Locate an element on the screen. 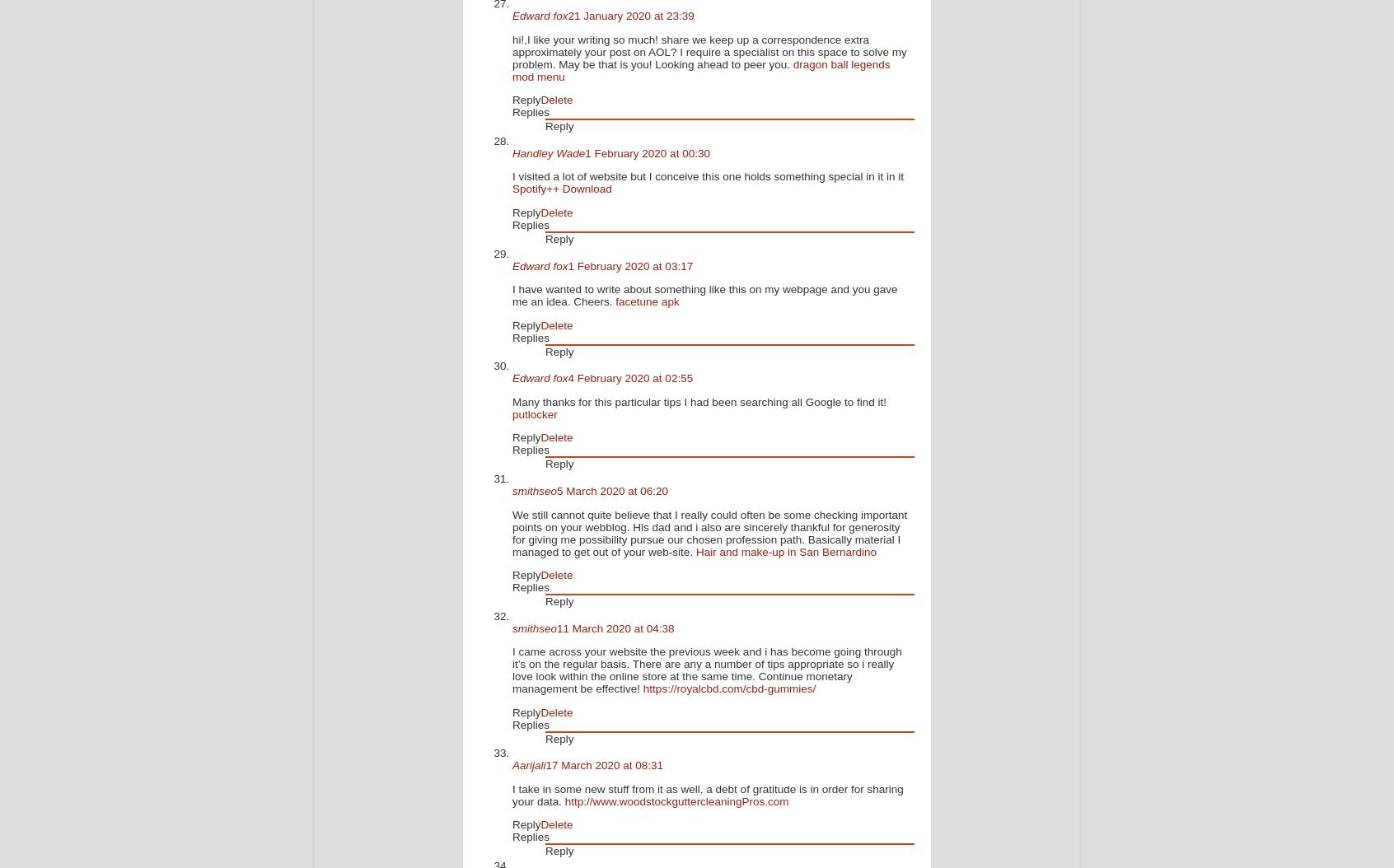 This screenshot has width=1394, height=868. 'http://www.woodstockguttercleaningPros.com' is located at coordinates (676, 800).